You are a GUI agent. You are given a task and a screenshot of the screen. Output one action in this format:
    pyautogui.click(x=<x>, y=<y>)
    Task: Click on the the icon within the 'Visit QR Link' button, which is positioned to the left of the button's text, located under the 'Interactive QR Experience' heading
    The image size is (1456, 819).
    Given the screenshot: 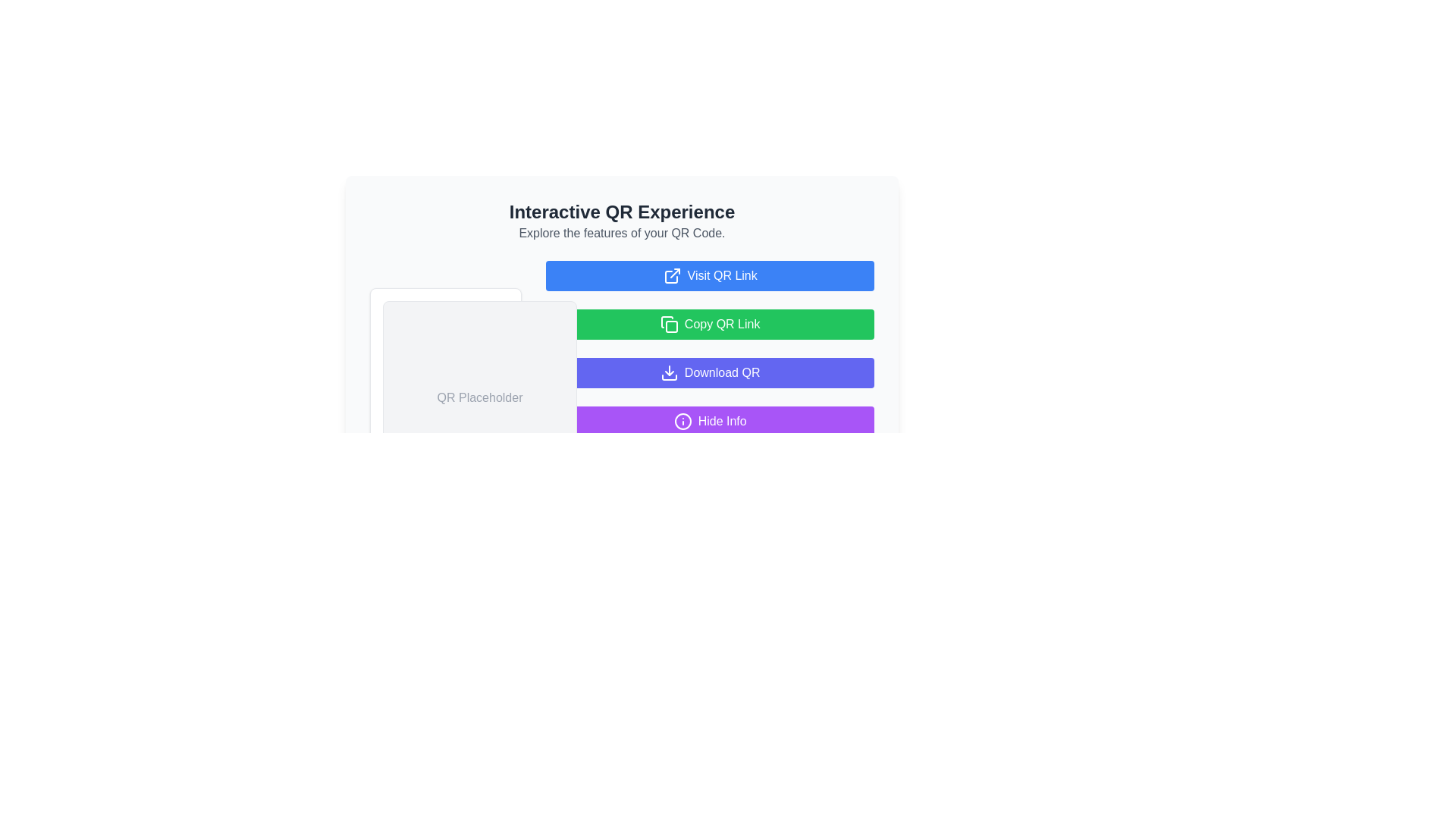 What is the action you would take?
    pyautogui.click(x=671, y=275)
    